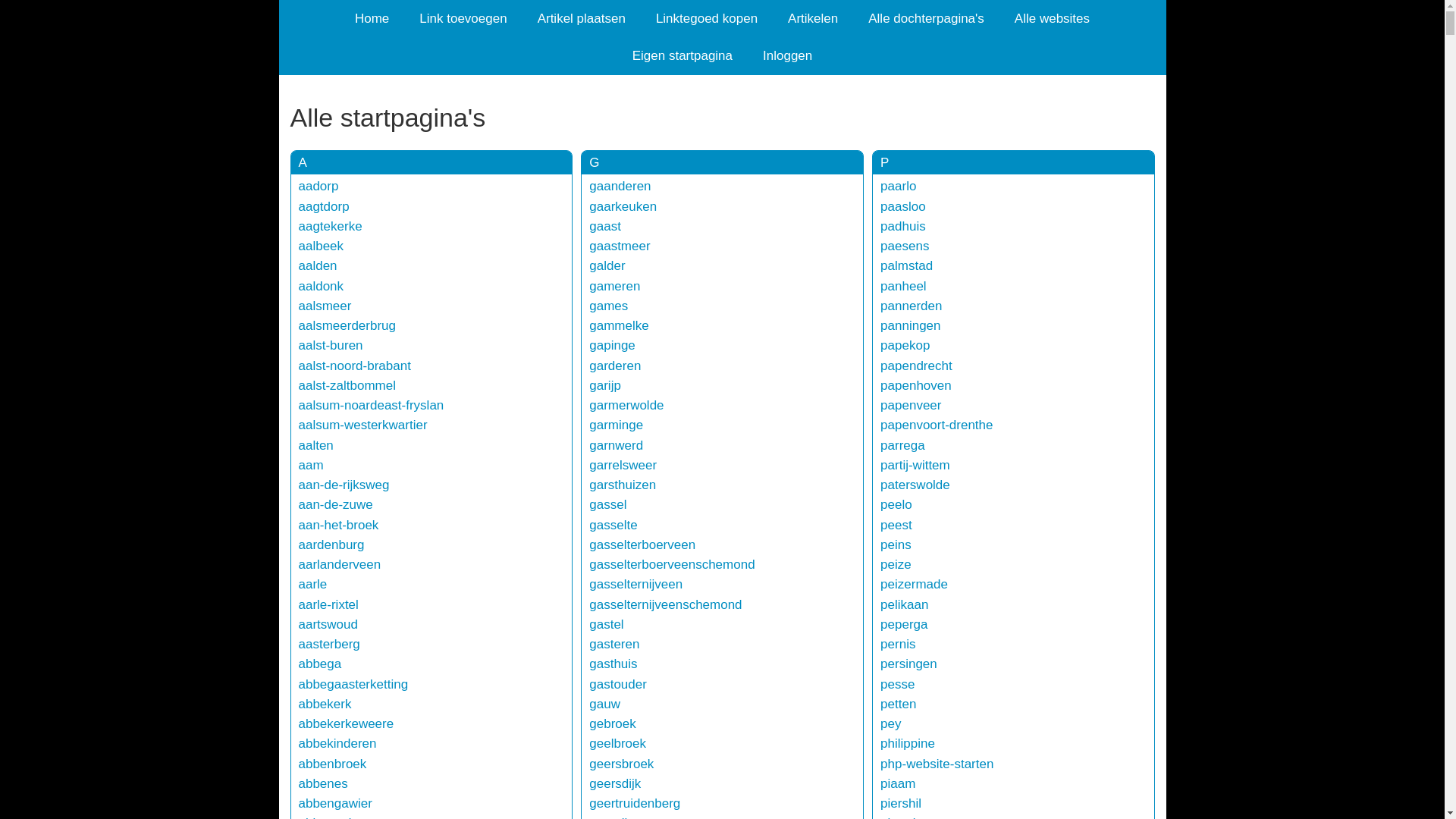 The image size is (1456, 819). What do you see at coordinates (682, 55) in the screenshot?
I see `'Eigen startpagina'` at bounding box center [682, 55].